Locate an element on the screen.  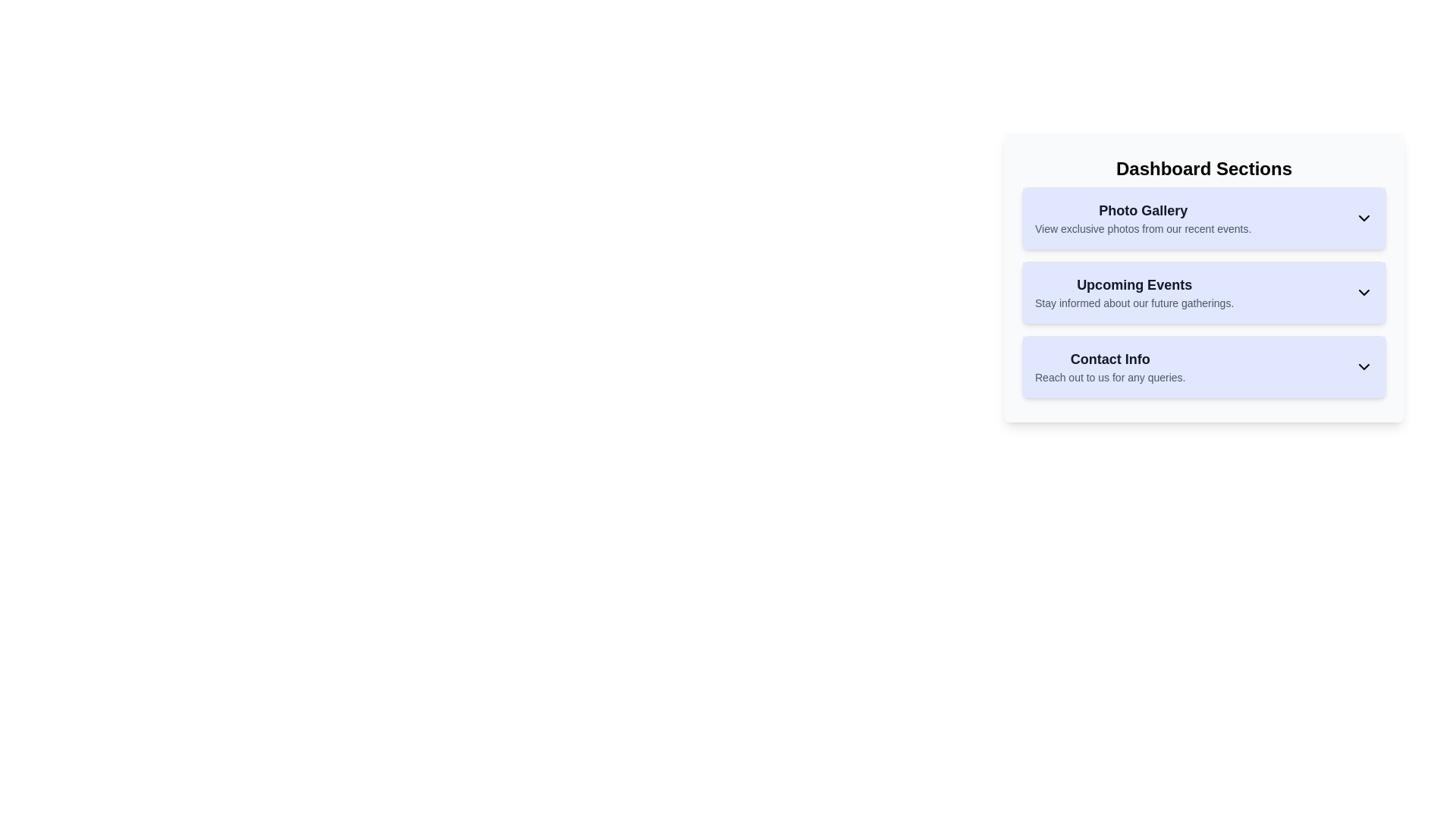
the 'Upcoming Events' button, which is the second button in the Dashboard Sections card is located at coordinates (1203, 299).